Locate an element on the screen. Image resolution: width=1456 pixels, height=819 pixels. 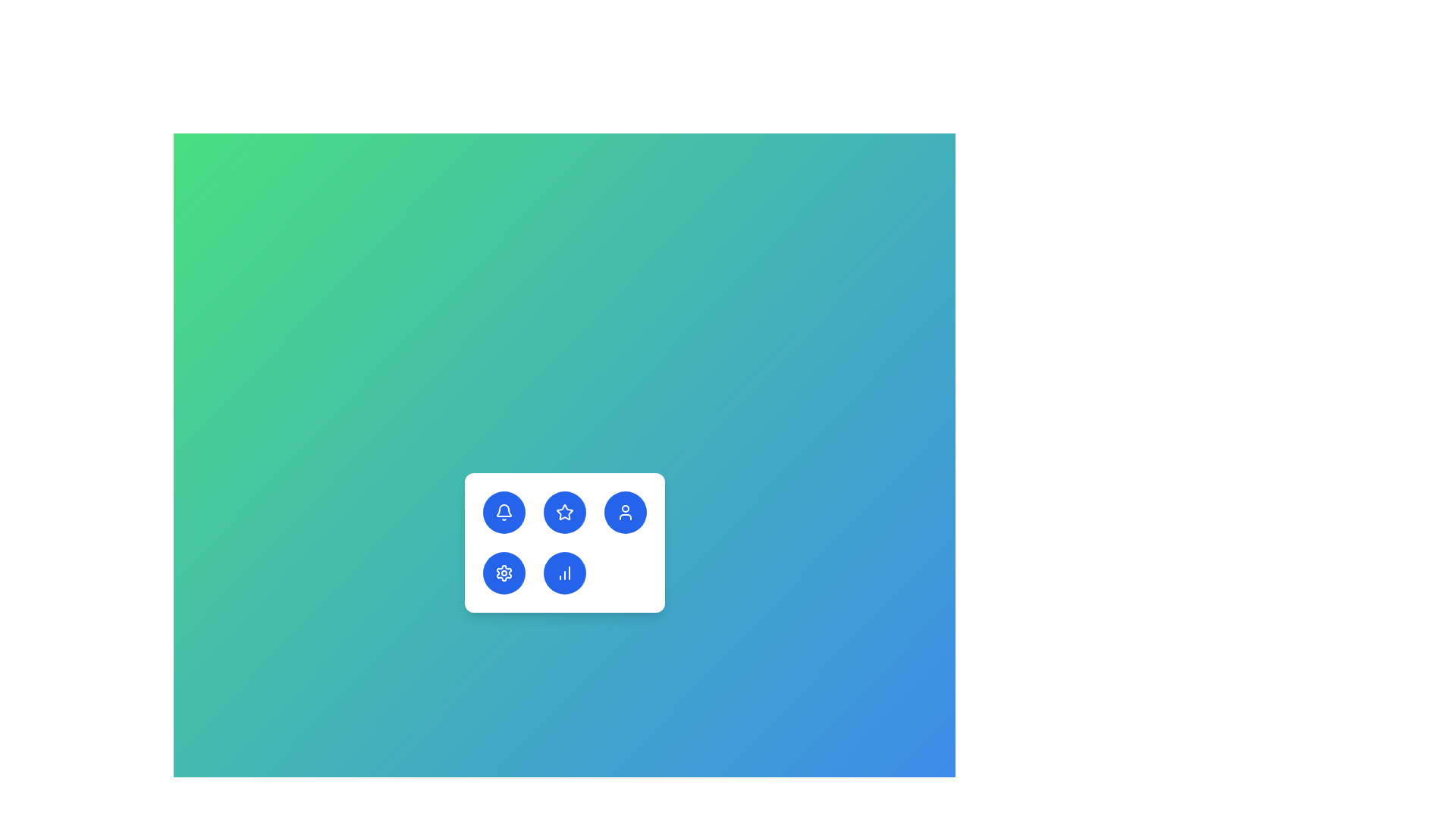
the middle gear-shaped icon in the bottom row of the settings icons is located at coordinates (504, 573).